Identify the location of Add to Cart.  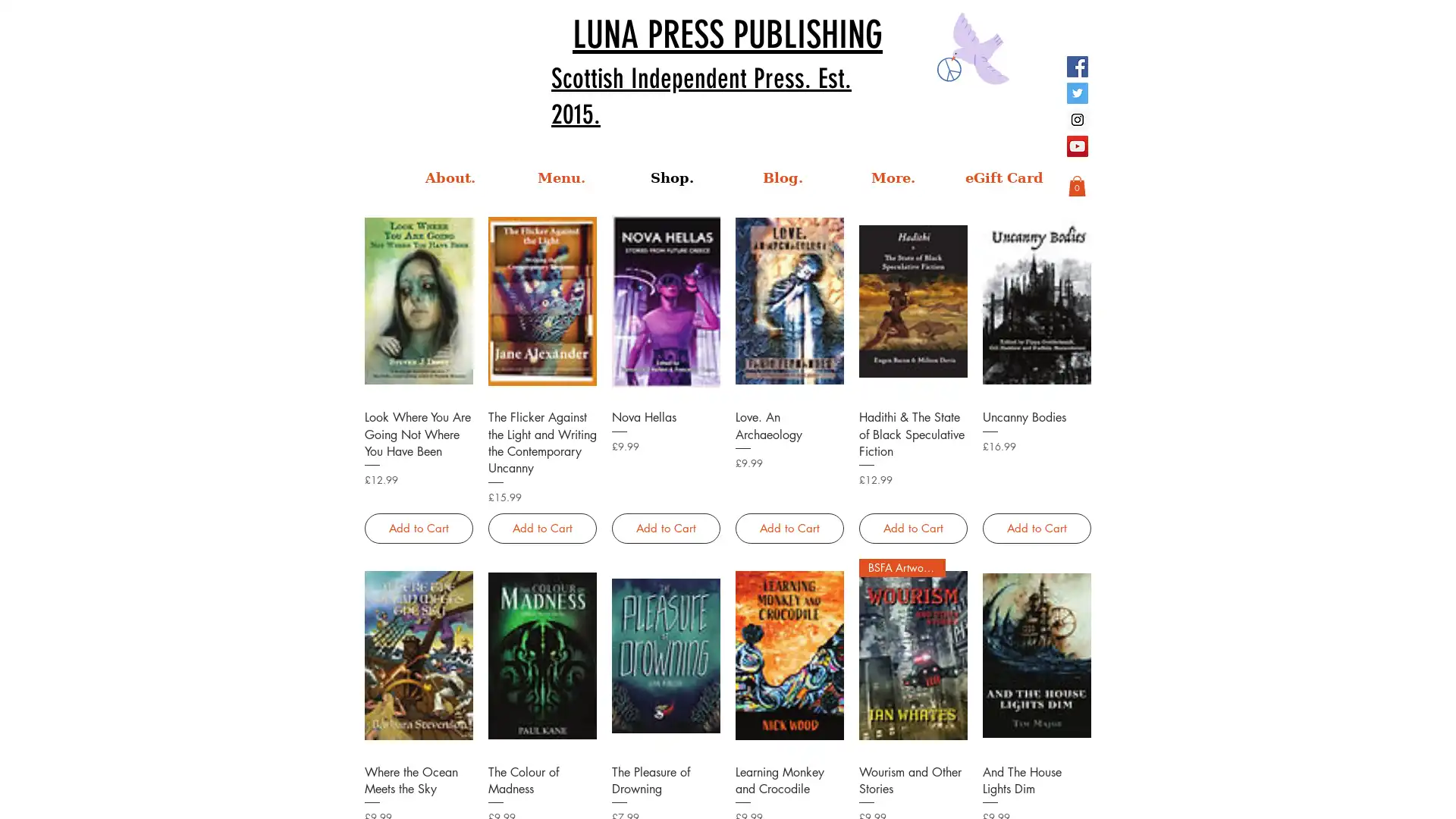
(665, 527).